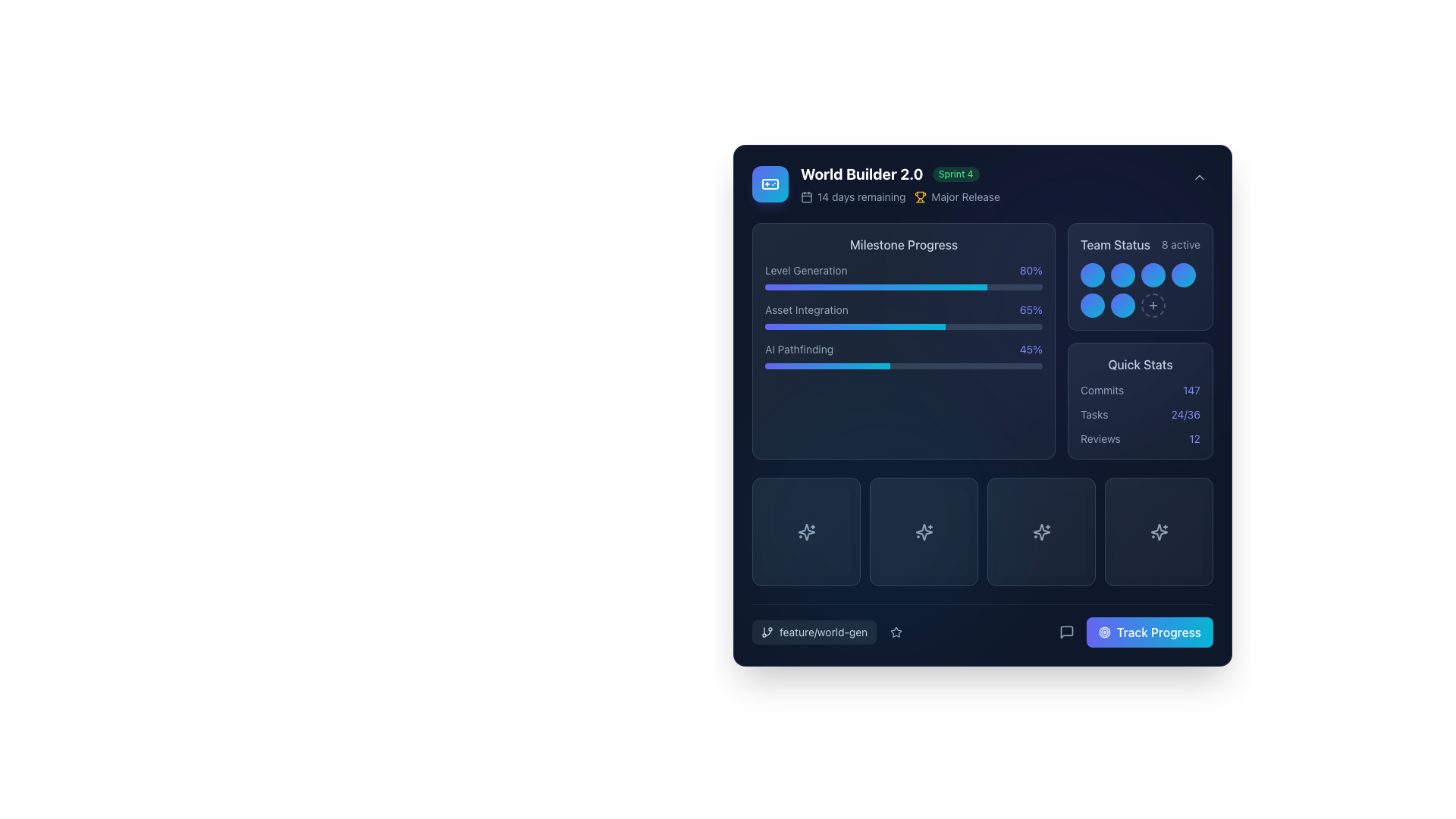  I want to click on the 'Major Release' text label that features a yellow trophy icon, located centrally in the header section of the card-like interface, so click(956, 196).